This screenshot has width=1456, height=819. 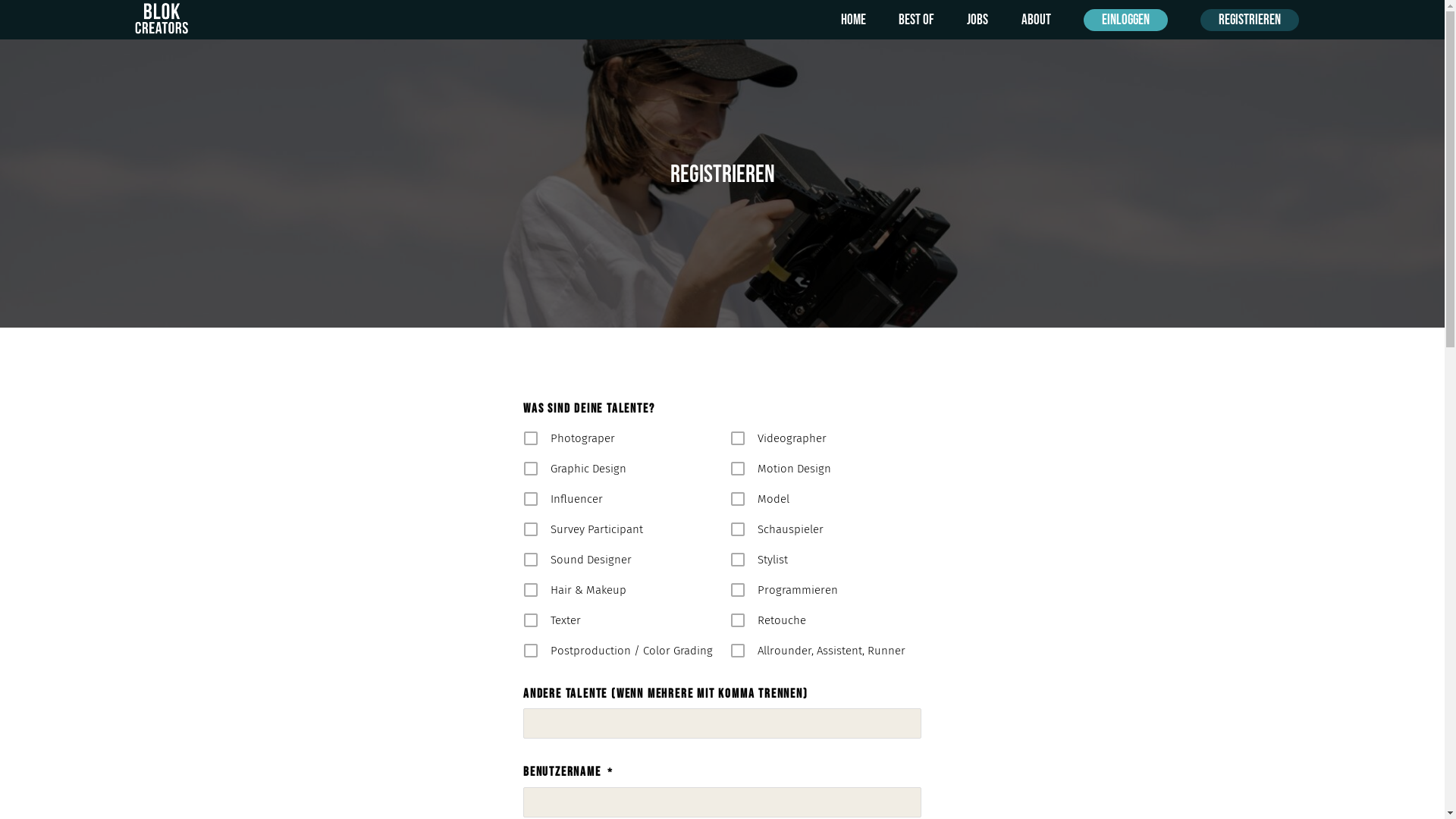 I want to click on 'Best of', so click(x=915, y=20).